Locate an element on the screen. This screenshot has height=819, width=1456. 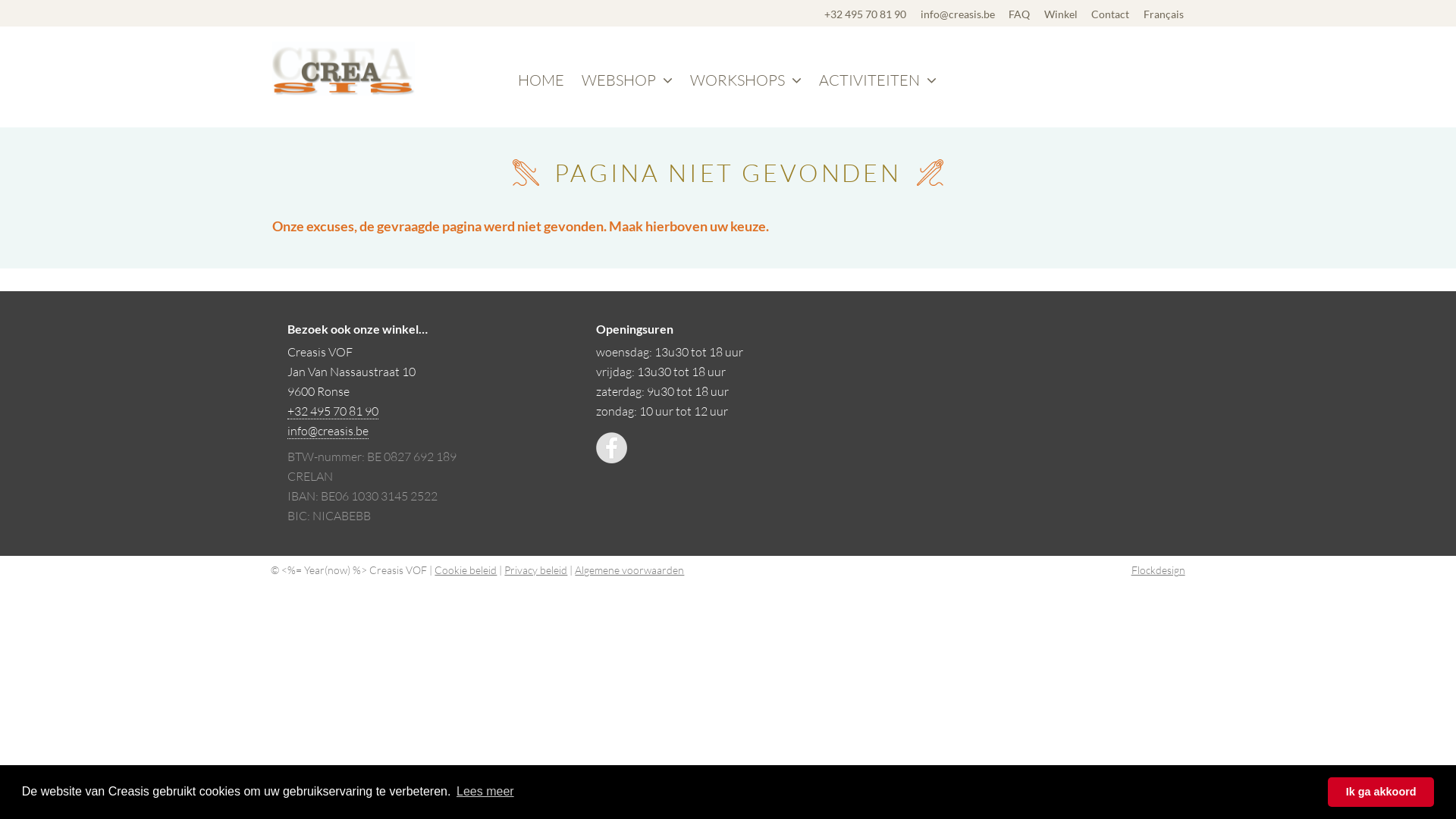
'info@creasis.be' is located at coordinates (327, 431).